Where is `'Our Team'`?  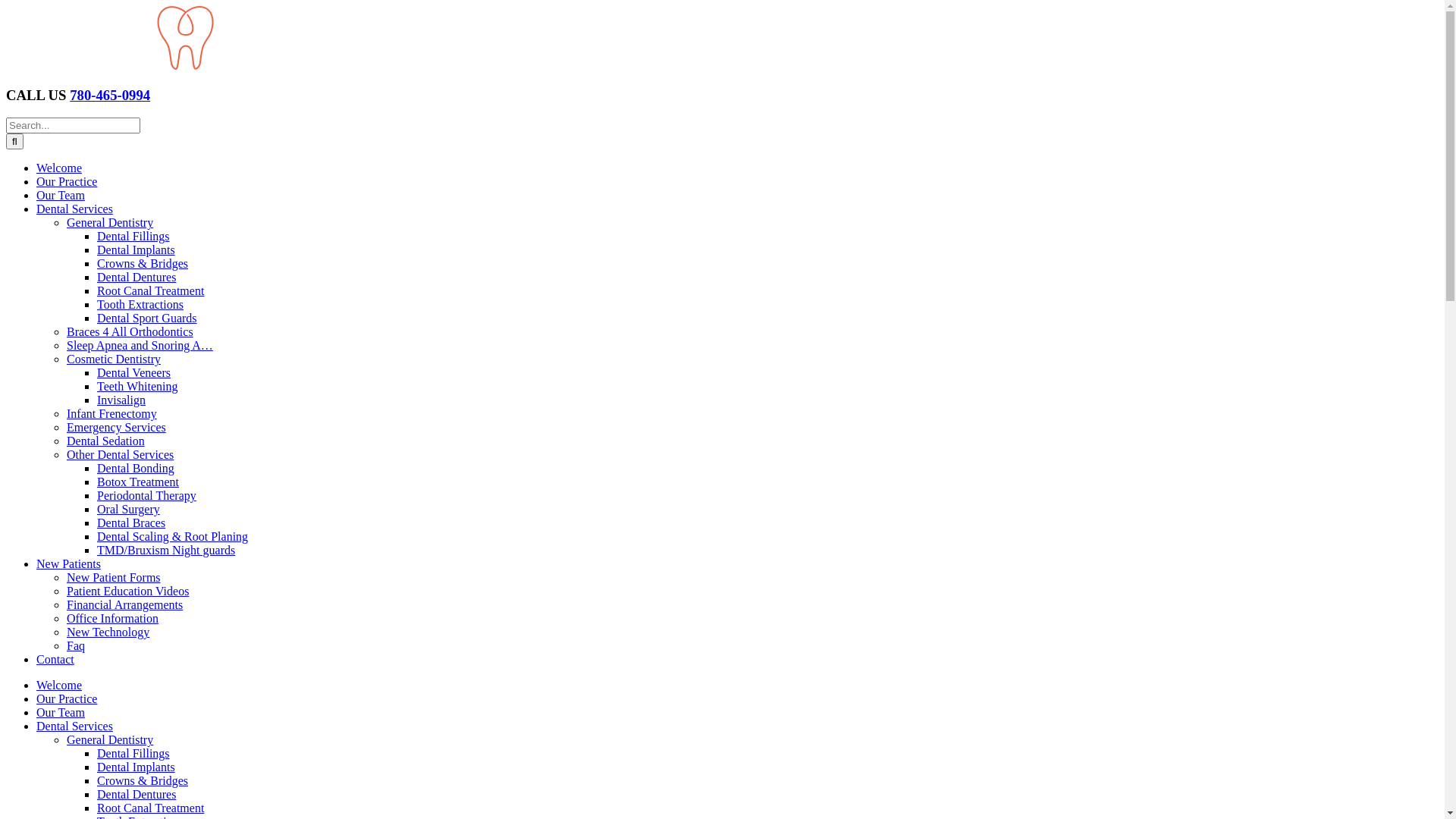 'Our Team' is located at coordinates (36, 194).